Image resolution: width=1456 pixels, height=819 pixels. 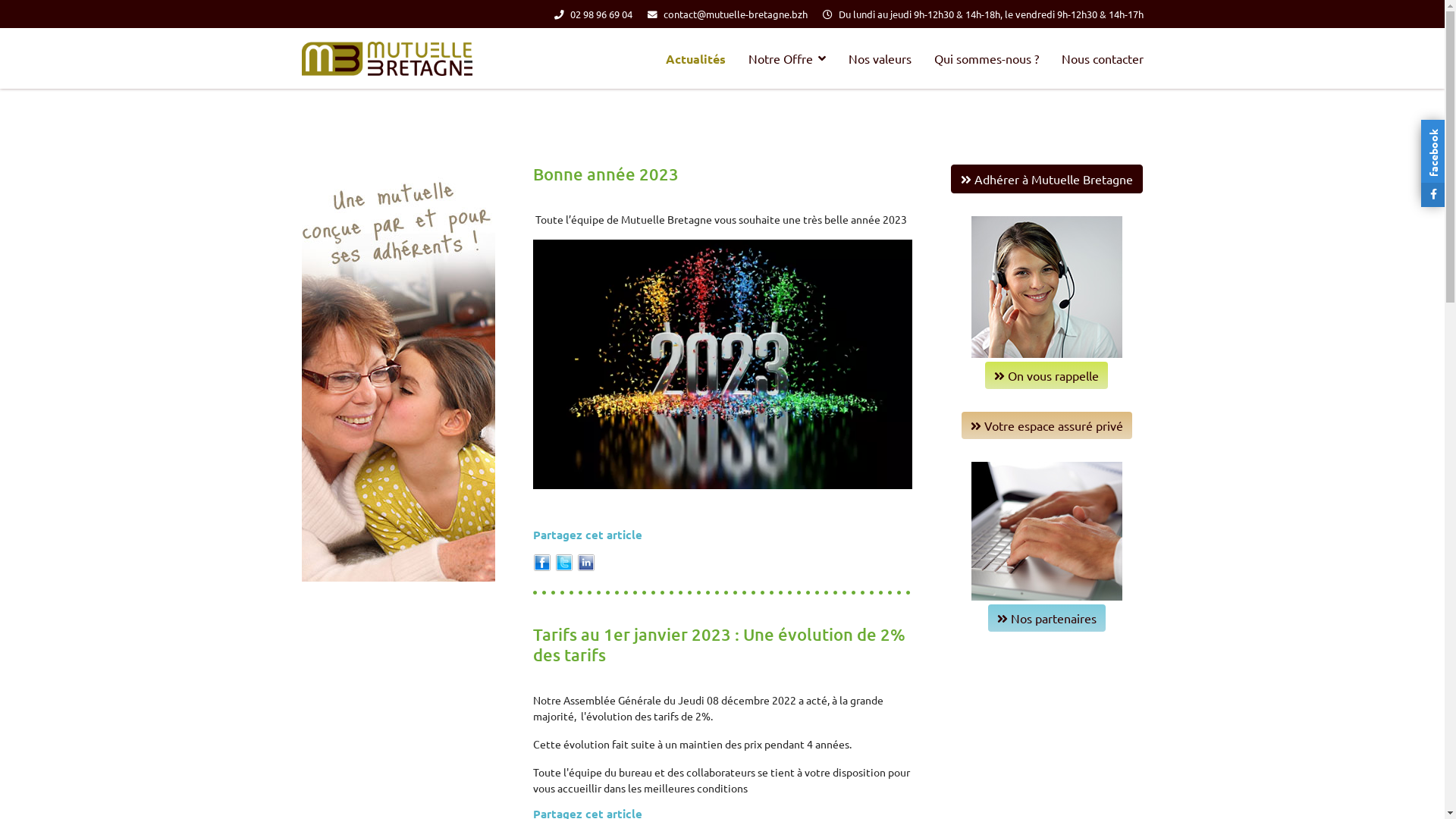 What do you see at coordinates (1048, 58) in the screenshot?
I see `'Nous contacter'` at bounding box center [1048, 58].